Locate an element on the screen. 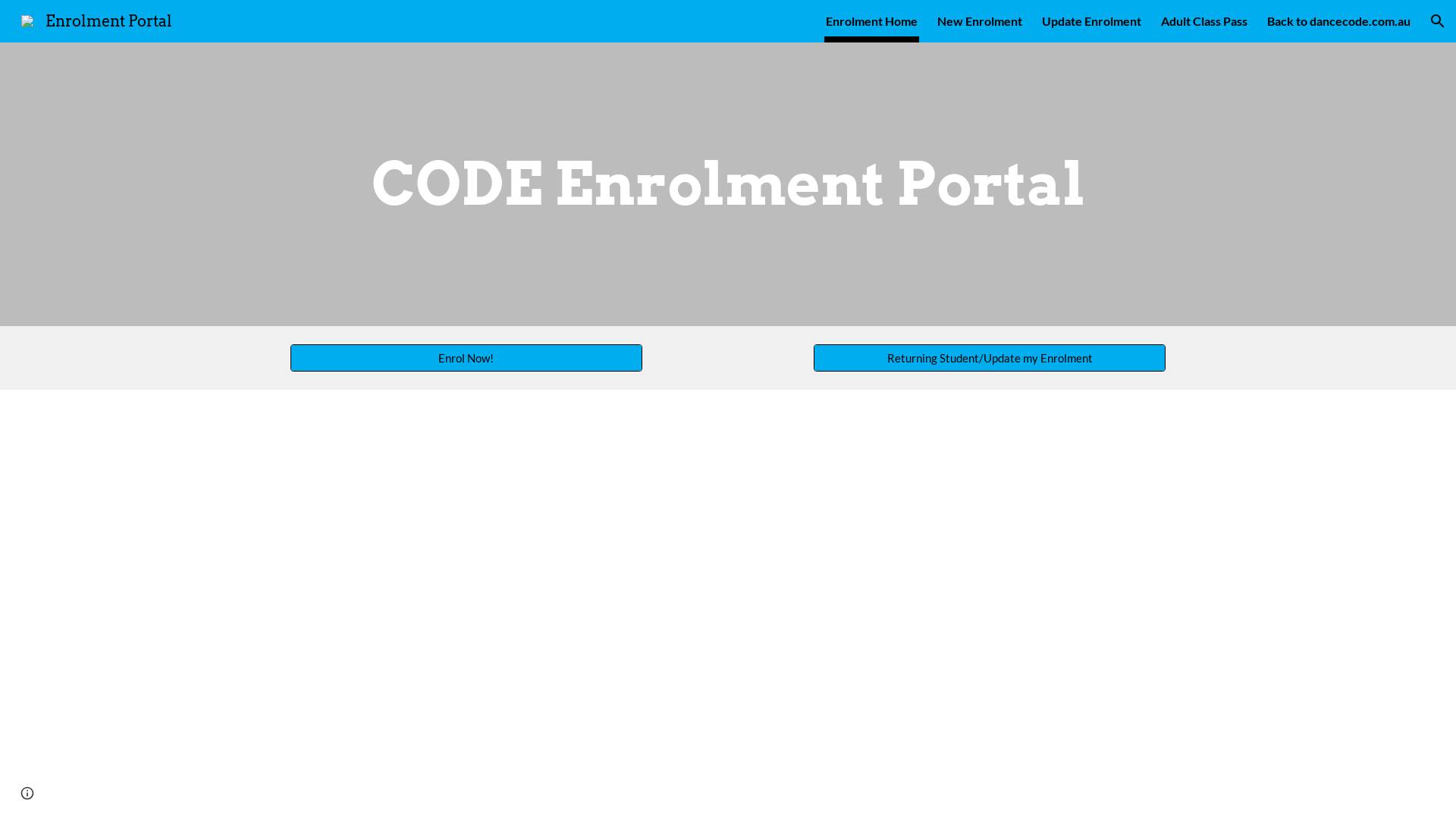 This screenshot has height=819, width=1456. 'Enrol Now!' is located at coordinates (465, 357).